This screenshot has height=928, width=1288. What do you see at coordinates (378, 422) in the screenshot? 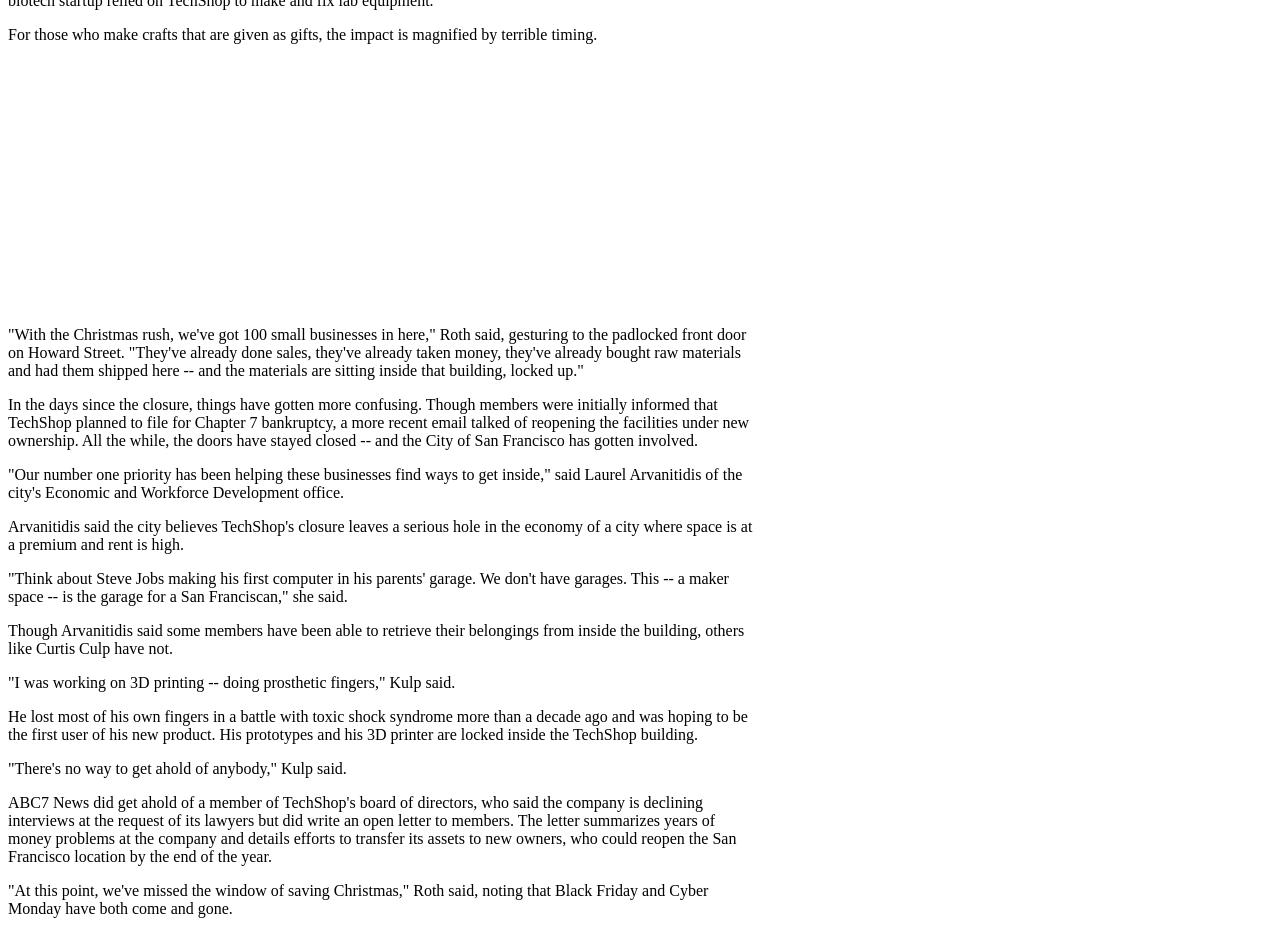
I see `'In the days since the closure, things have gotten more confusing. Though members were initially informed that TechShop planned to file for Chapter 7 bankruptcy, a more recent email talked of reopening the facilities under new ownership. All the while, the doors have stayed closed -- and the City of San Francisco has gotten involved.'` at bounding box center [378, 422].